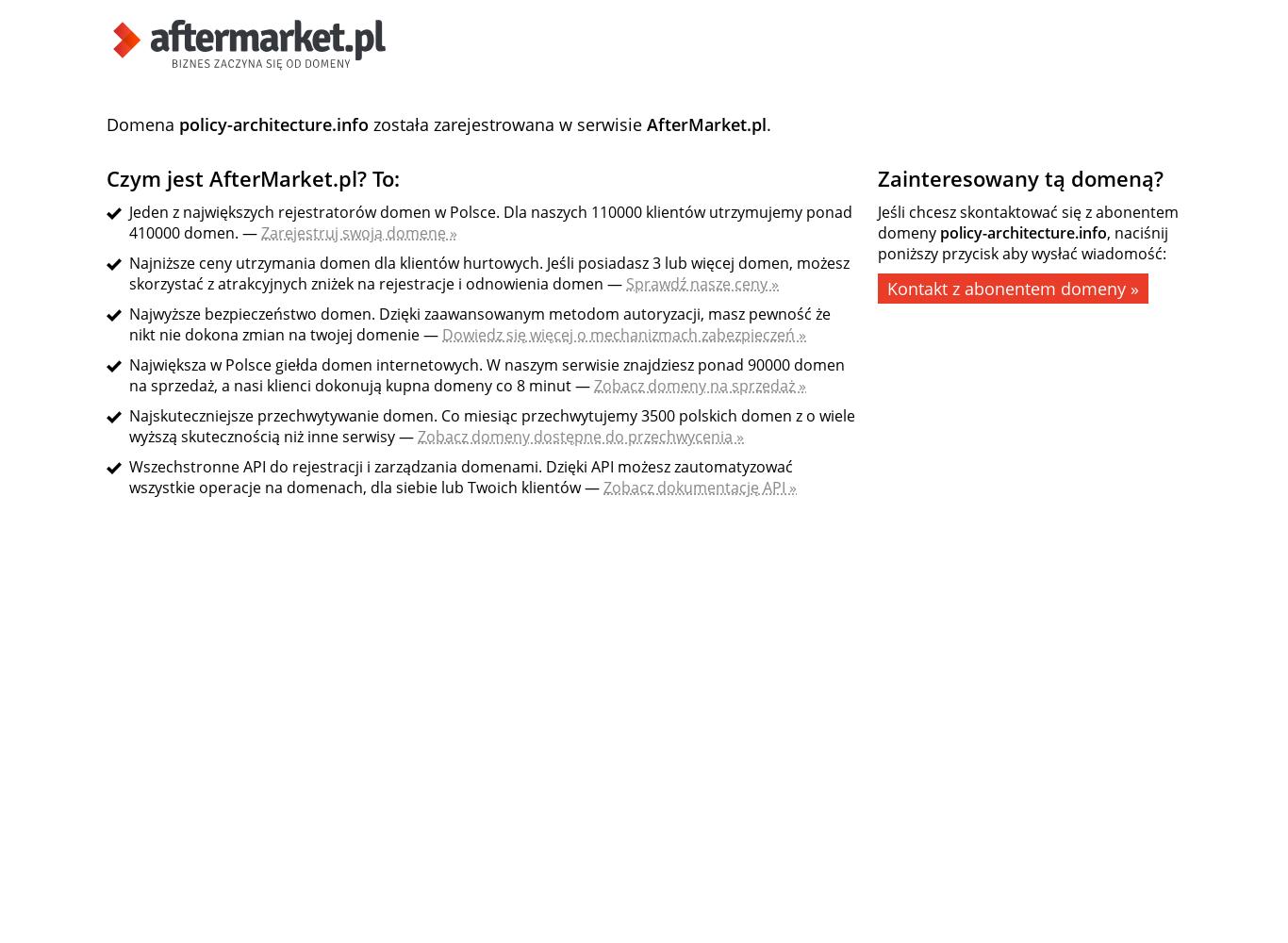 This screenshot has height=943, width=1288. Describe the element at coordinates (1012, 289) in the screenshot. I see `'Kontakt z abonentem domeny »'` at that location.